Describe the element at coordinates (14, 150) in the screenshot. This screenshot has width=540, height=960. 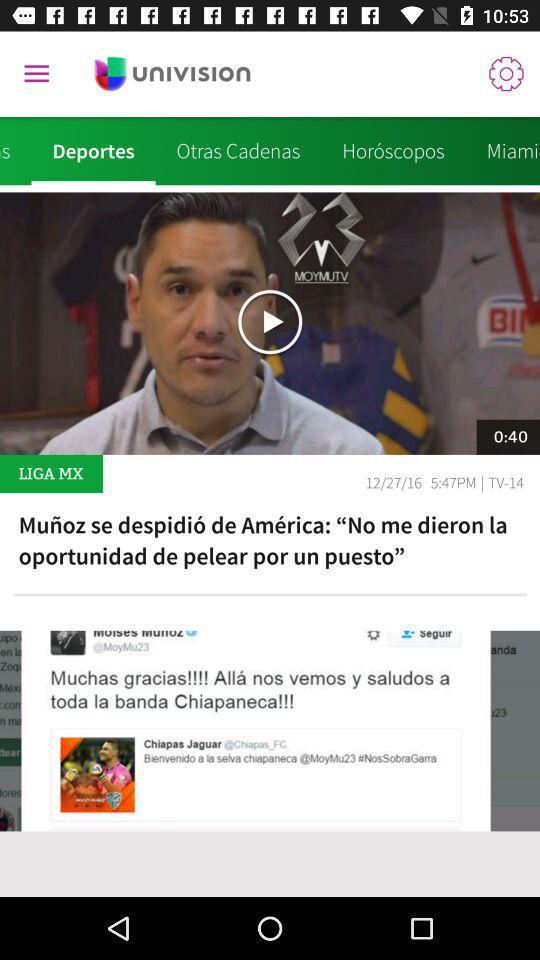
I see `icon next to the deportes` at that location.